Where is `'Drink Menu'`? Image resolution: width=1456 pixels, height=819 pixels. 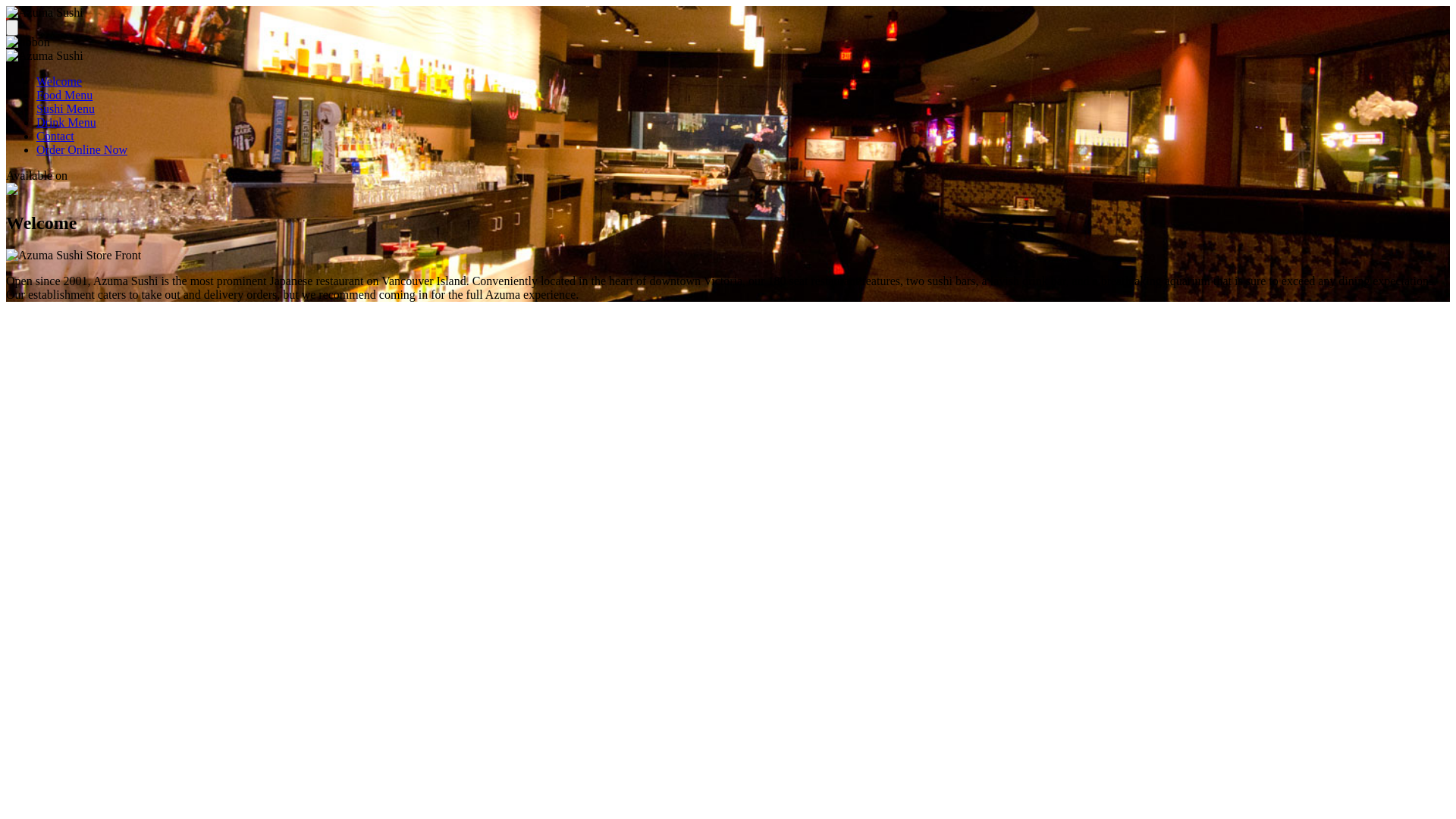
'Drink Menu' is located at coordinates (65, 121).